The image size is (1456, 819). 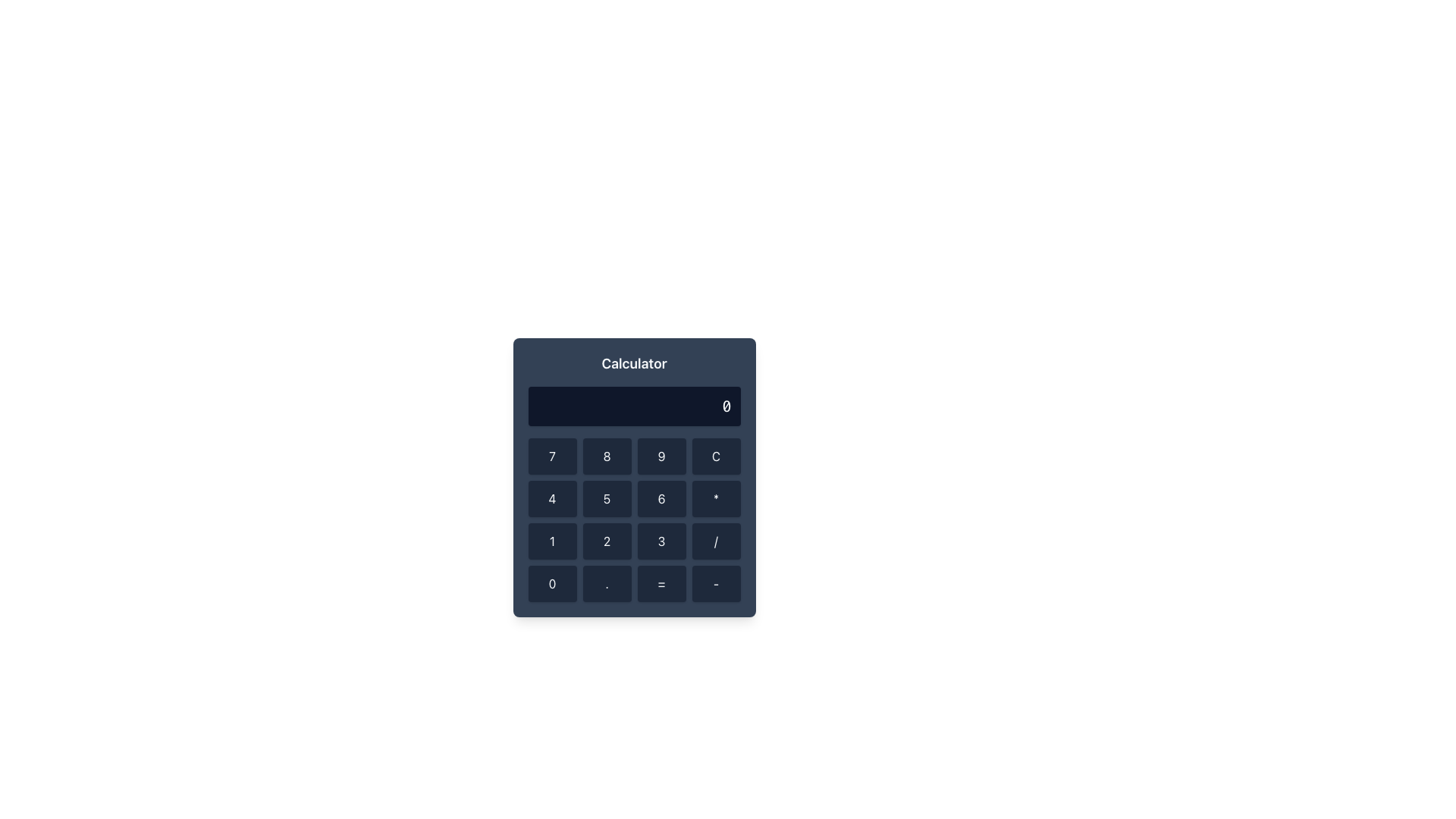 I want to click on the square button labeled '7' with a dark background and light-colored text, located in the first row and first column of the calculator grid interface, so click(x=551, y=455).